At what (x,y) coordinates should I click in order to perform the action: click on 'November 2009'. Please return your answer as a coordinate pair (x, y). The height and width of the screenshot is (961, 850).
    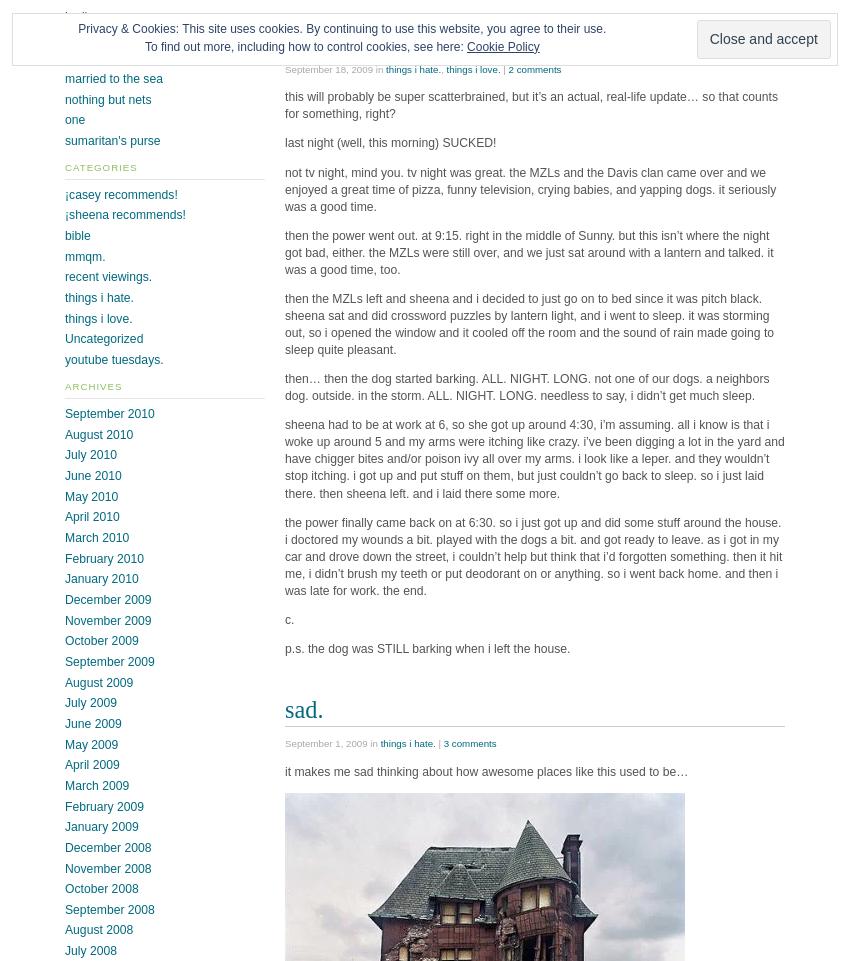
    Looking at the image, I should click on (107, 620).